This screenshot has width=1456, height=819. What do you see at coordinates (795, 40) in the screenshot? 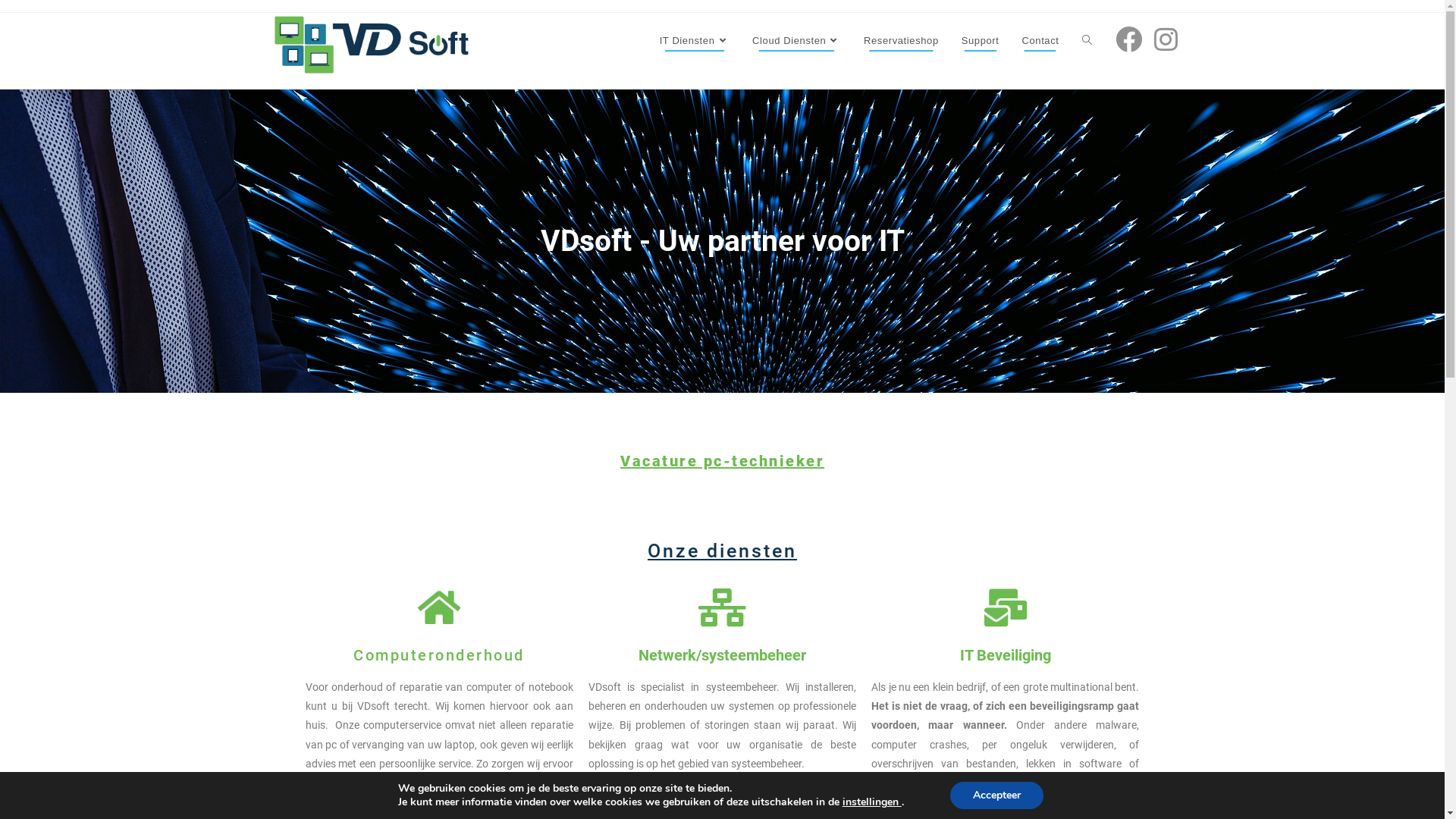
I see `'Cloud Diensten'` at bounding box center [795, 40].